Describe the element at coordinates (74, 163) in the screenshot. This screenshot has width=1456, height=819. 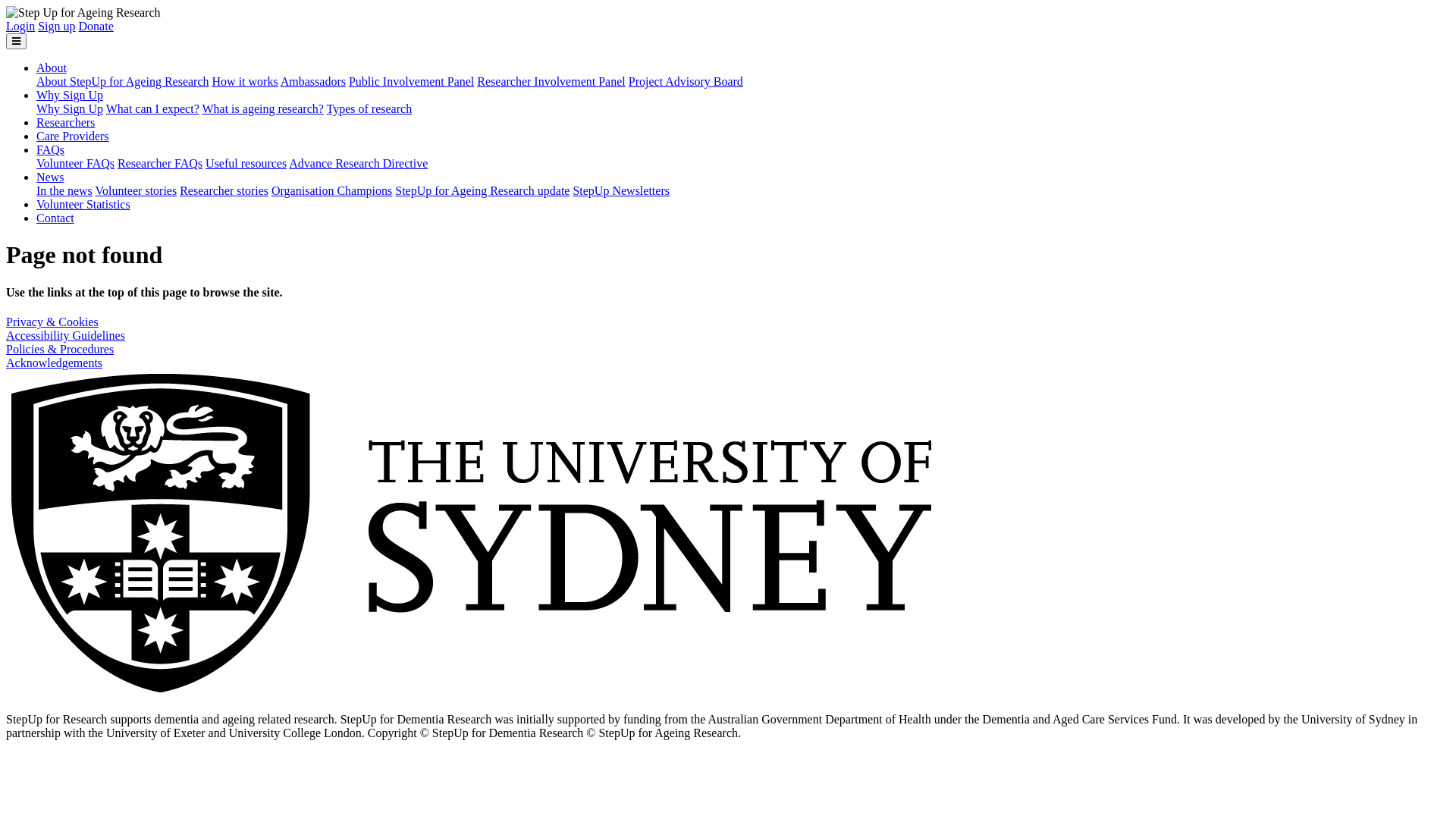
I see `'Volunteer FAQs'` at that location.